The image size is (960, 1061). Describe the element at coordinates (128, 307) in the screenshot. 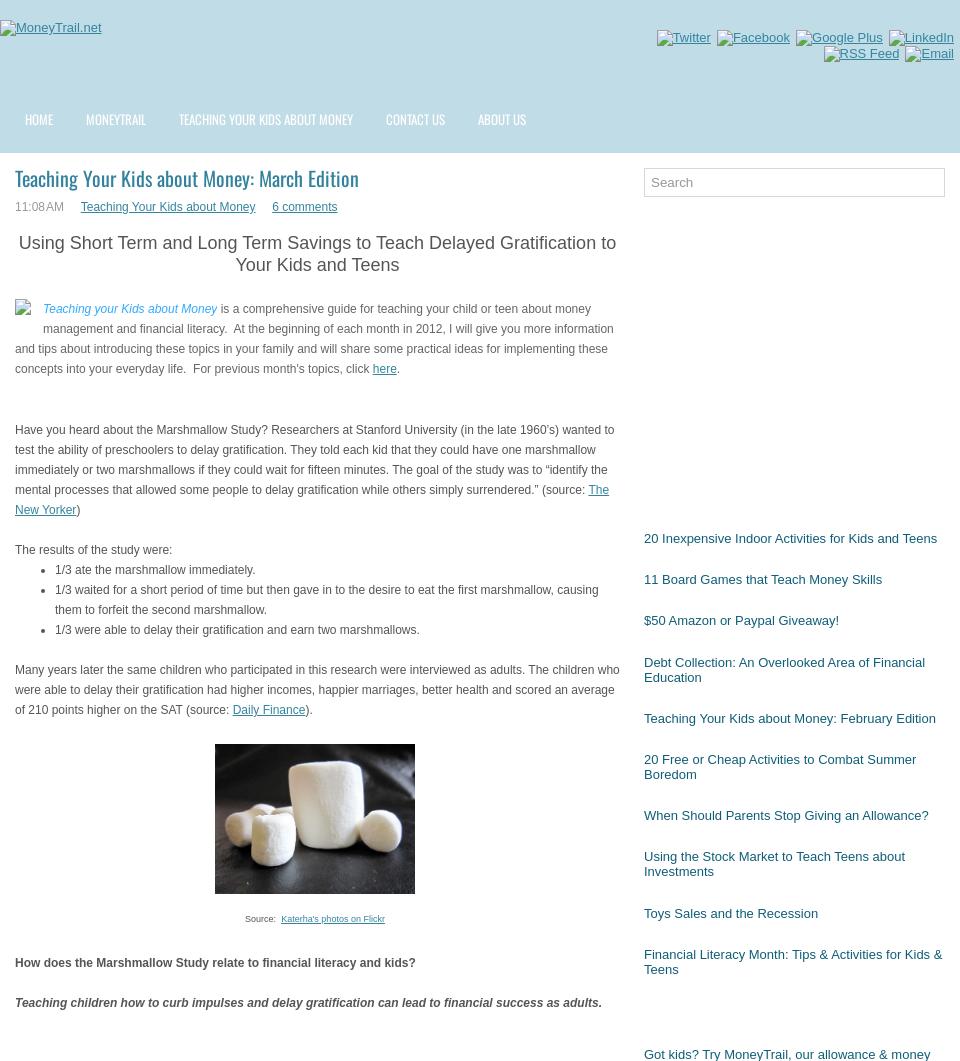

I see `'Teaching your Kids about Money'` at that location.